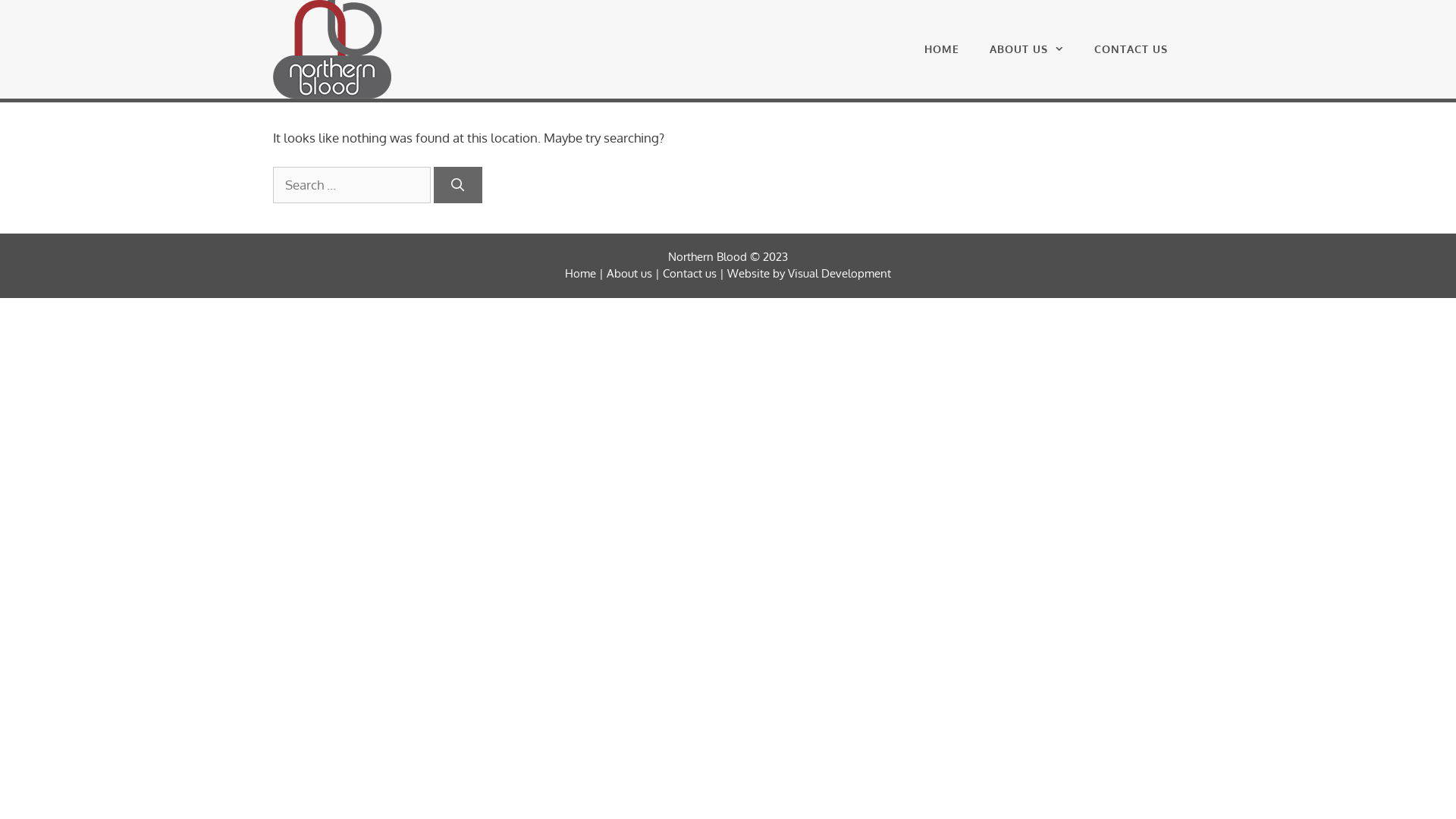 The width and height of the screenshot is (1456, 819). What do you see at coordinates (351, 184) in the screenshot?
I see `'Search for:'` at bounding box center [351, 184].